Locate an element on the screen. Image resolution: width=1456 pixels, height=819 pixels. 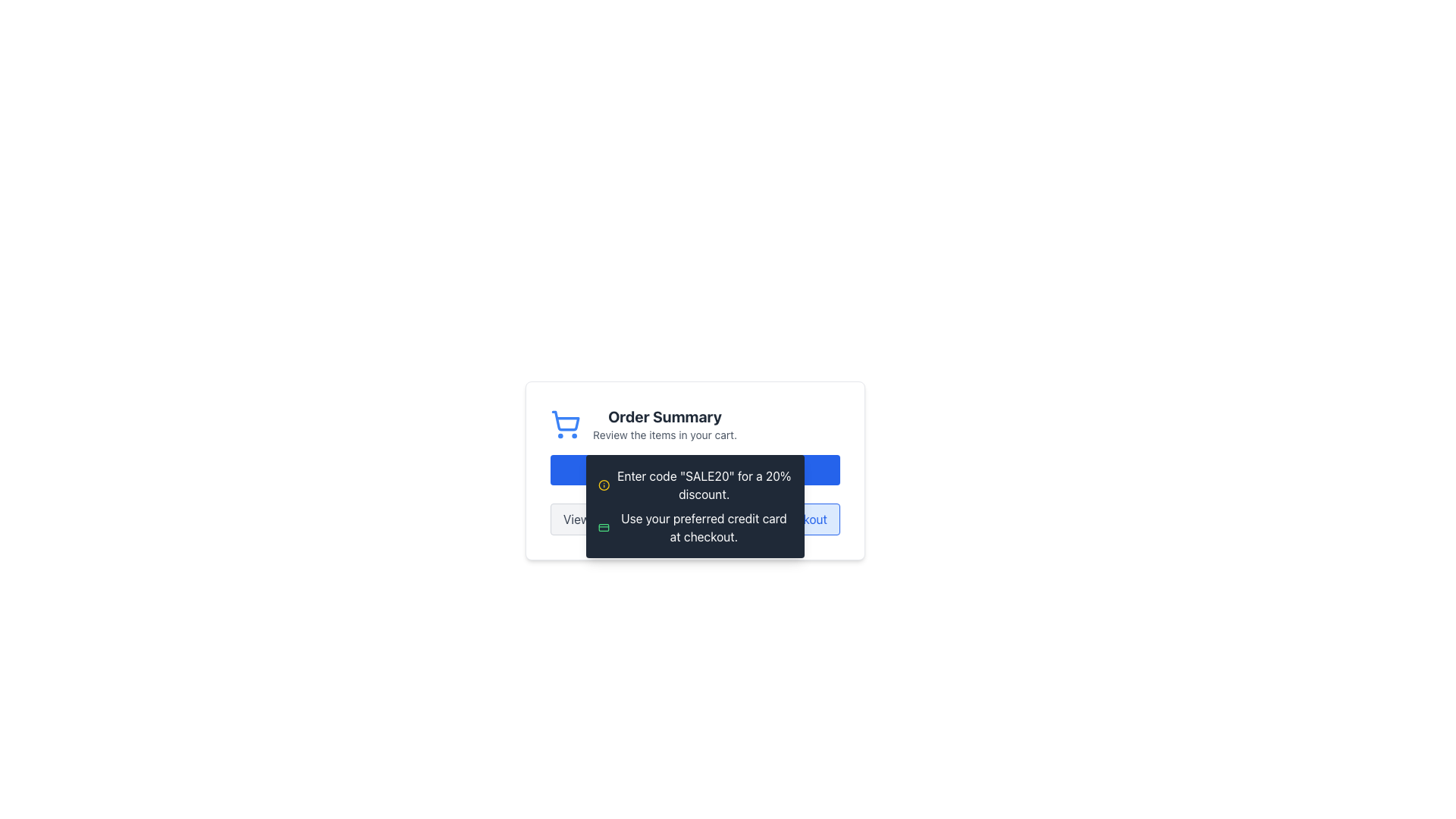
text message 'Use your preferred credit card at checkout.' located as the second line within a central pop-up box, directly beneath the line stating 'Enter code "SALE20" for a 20% discount.' is located at coordinates (694, 526).